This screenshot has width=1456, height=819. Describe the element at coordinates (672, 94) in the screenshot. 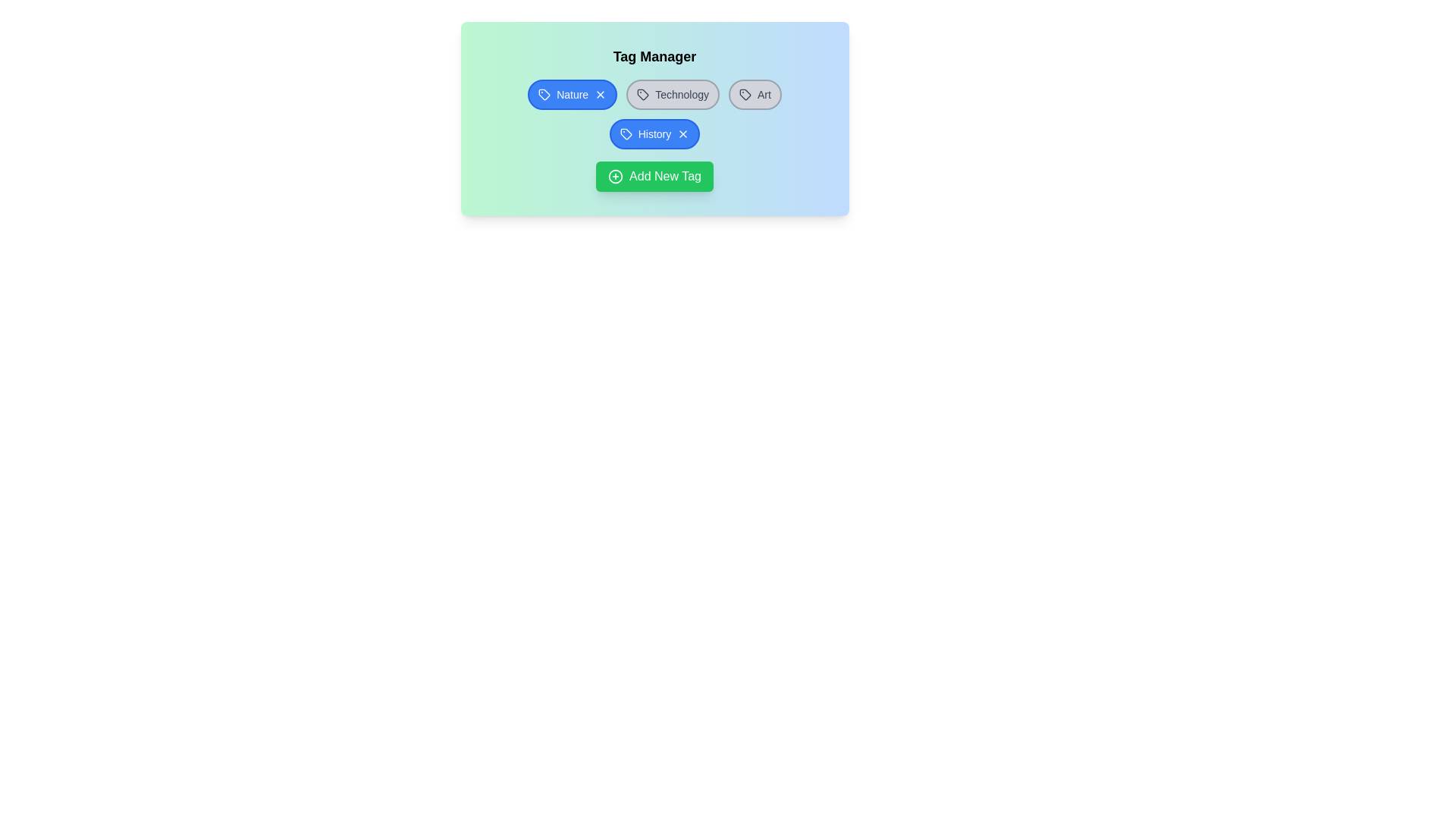

I see `the tag labeled Technology to toggle its selection` at that location.